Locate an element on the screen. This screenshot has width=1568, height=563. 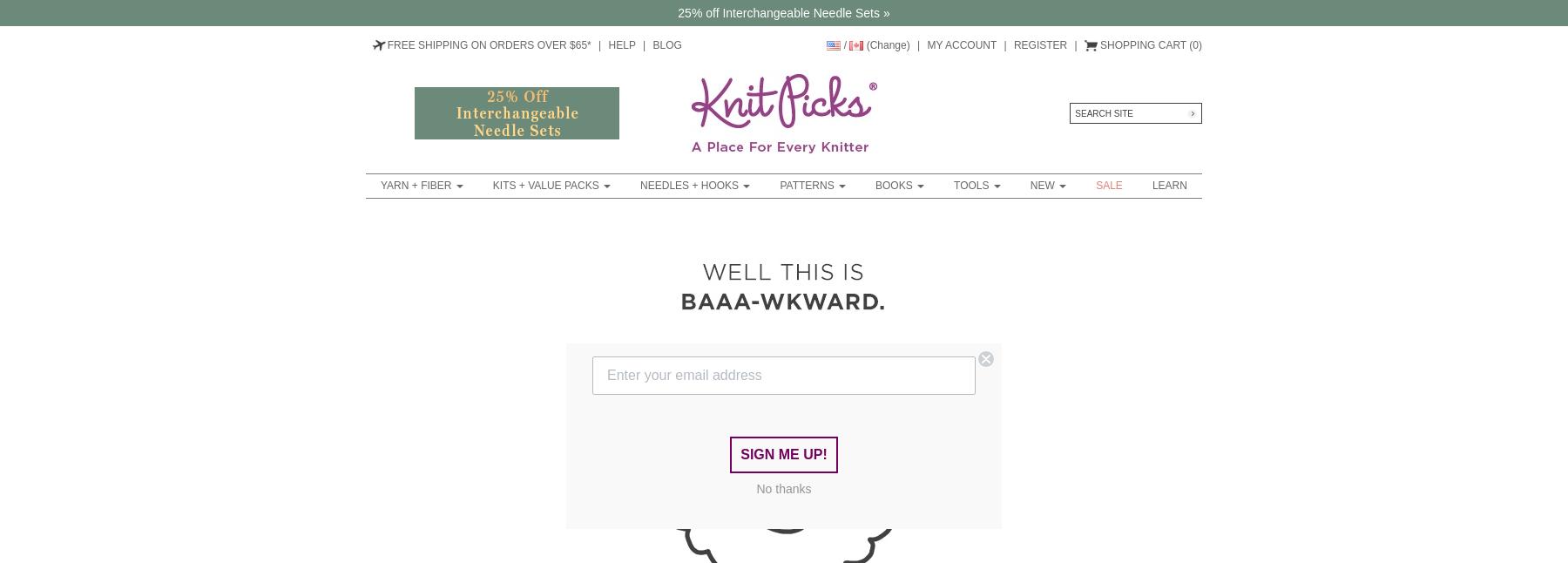
'Yarn + Fiber' is located at coordinates (381, 185).